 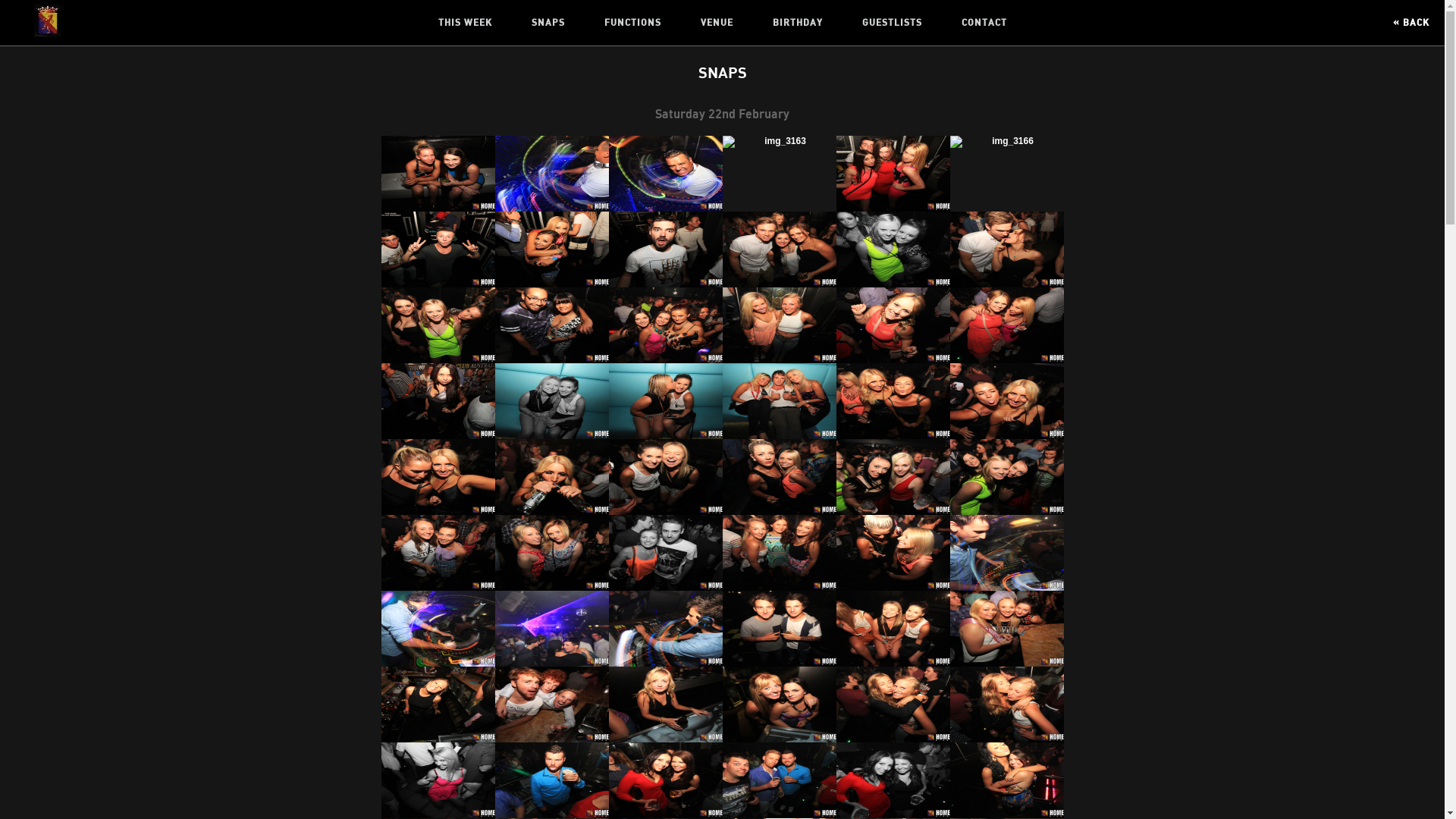 I want to click on ' ', so click(x=1006, y=553).